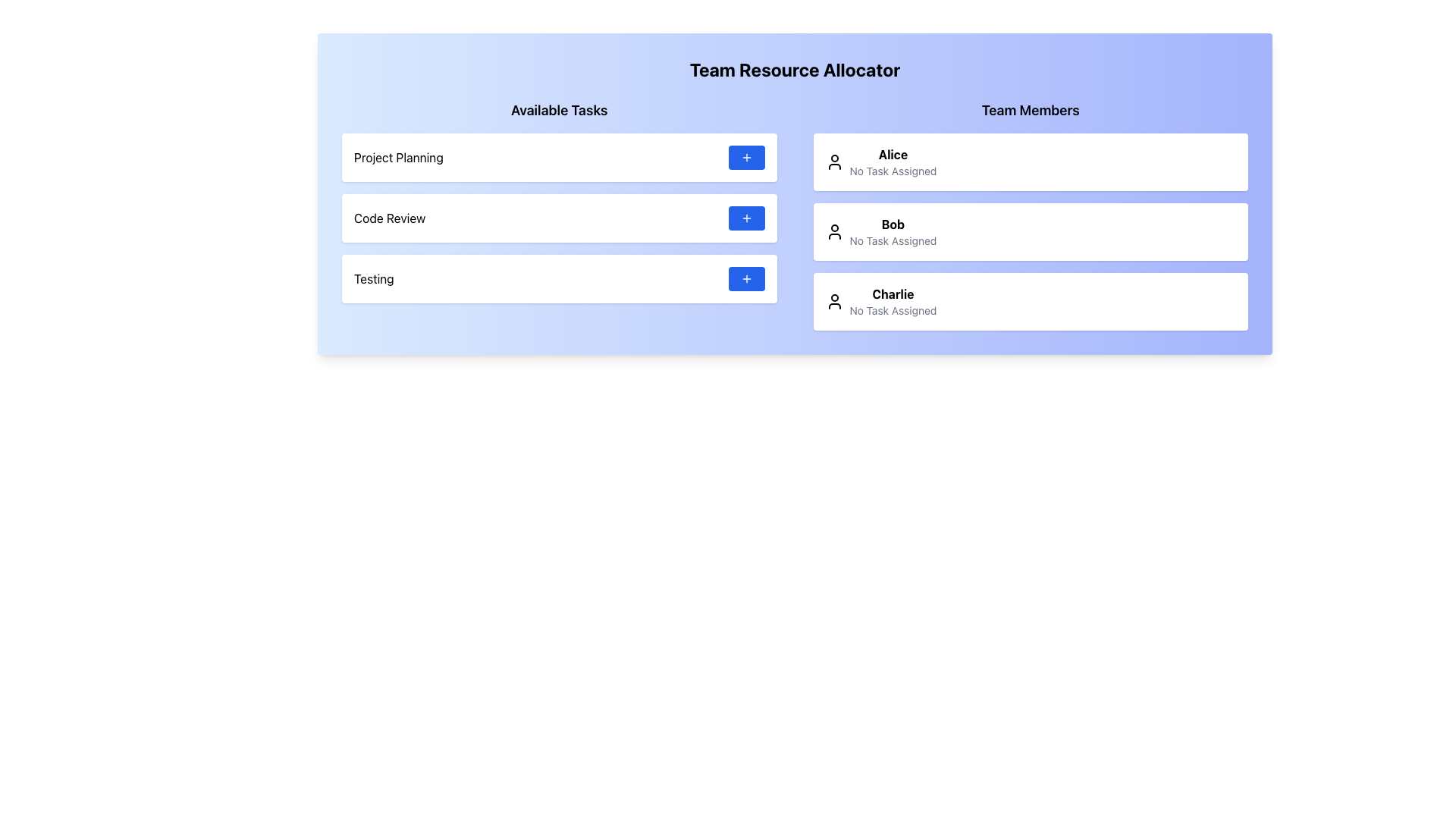 The height and width of the screenshot is (819, 1456). I want to click on the task item labeled 'Project Planning' for further details, which is the first item in the 'Available Tasks' list, so click(558, 158).